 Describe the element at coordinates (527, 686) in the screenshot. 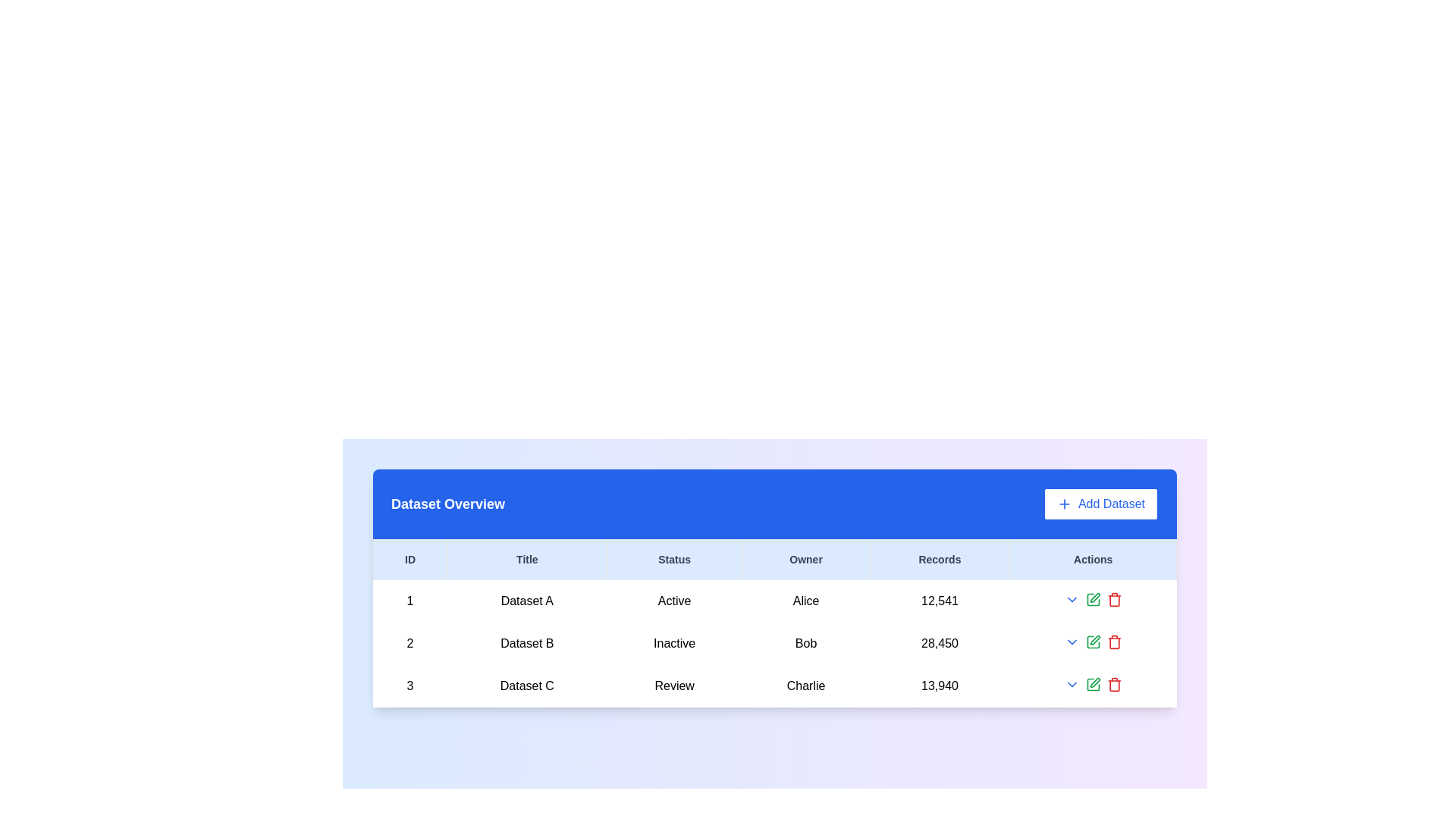

I see `the text label displaying 'Dataset C'` at that location.